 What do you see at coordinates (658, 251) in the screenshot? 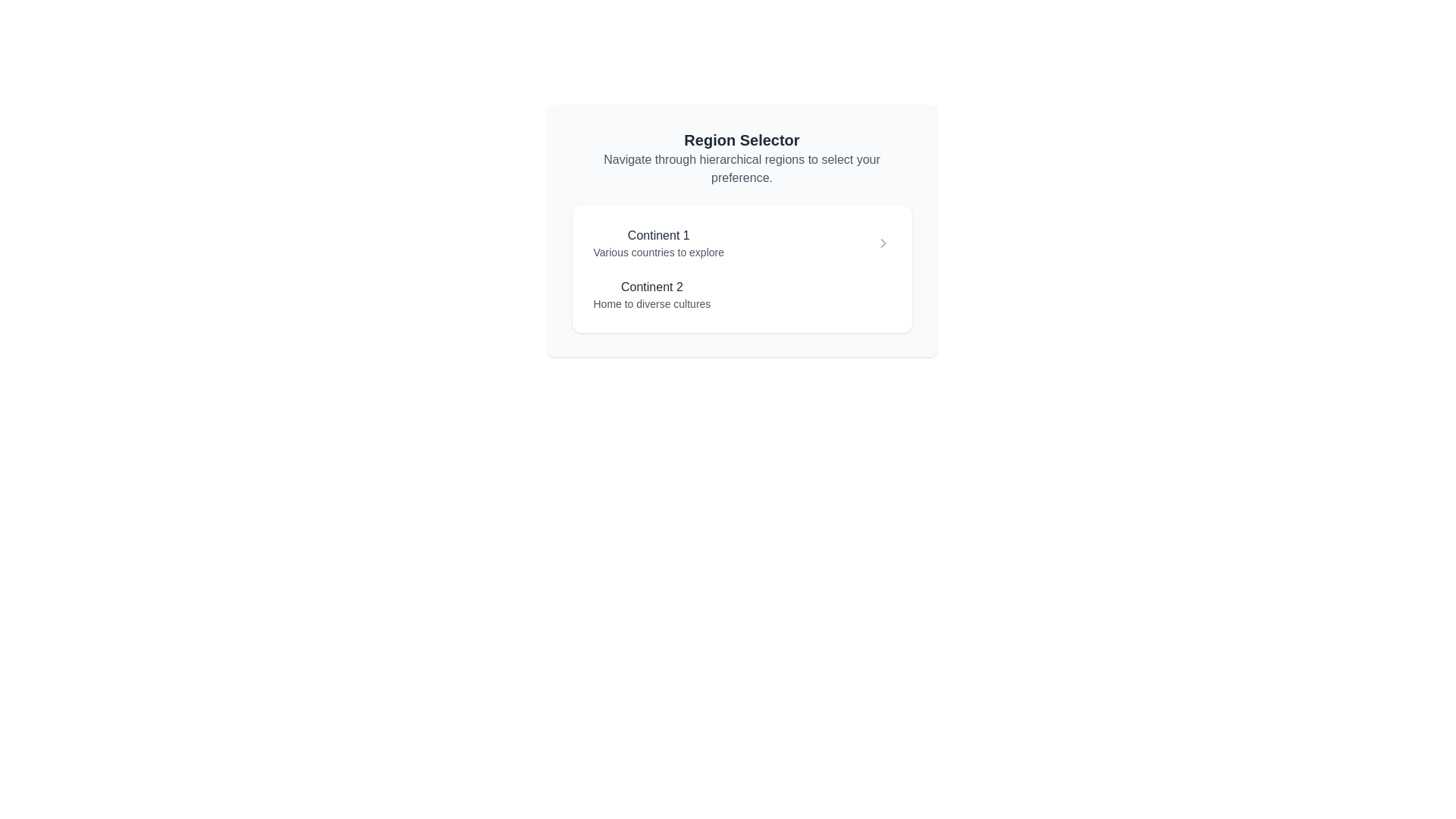
I see `the text label displaying 'Various countries` at bounding box center [658, 251].